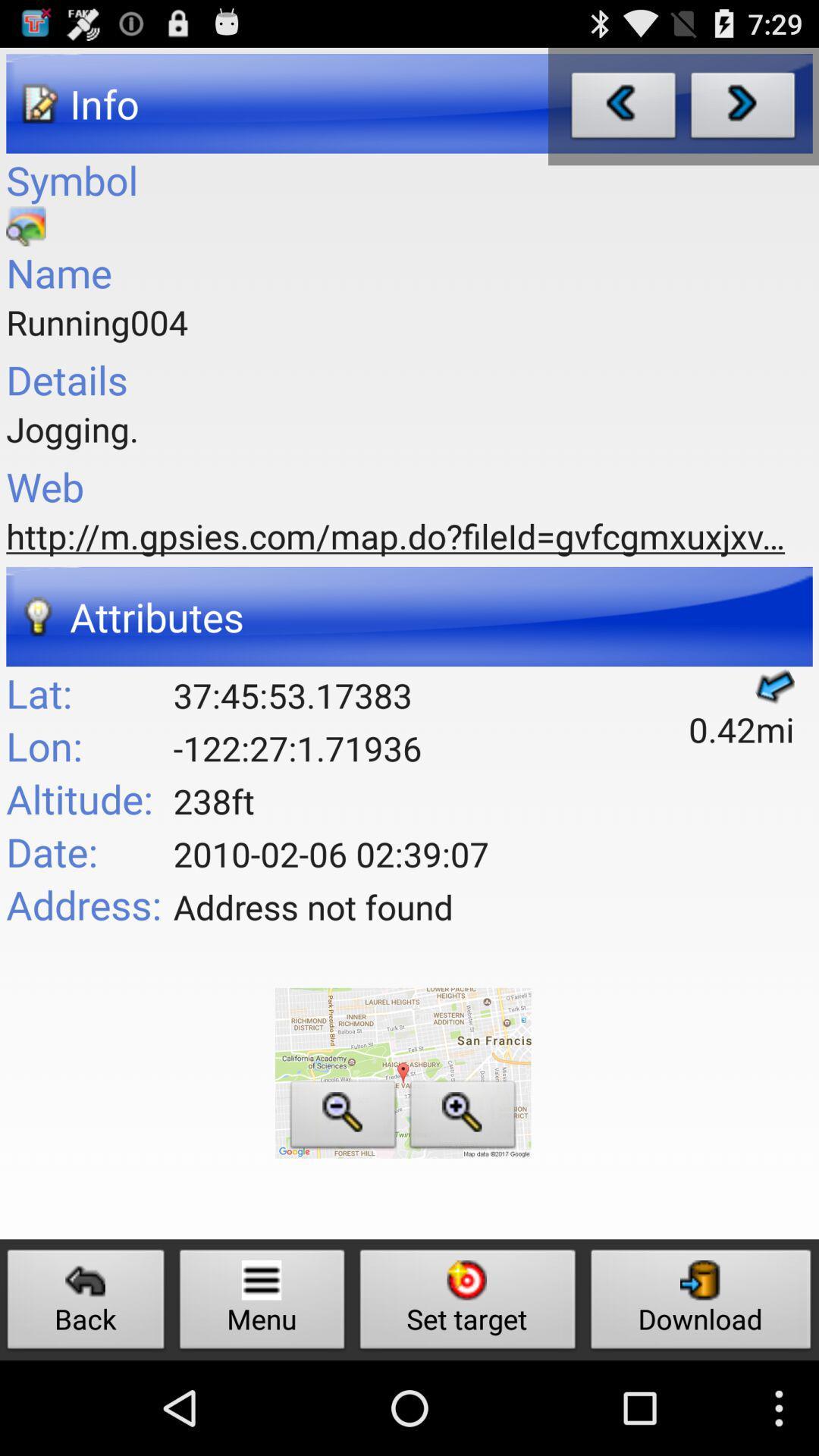 This screenshot has height=1456, width=819. Describe the element at coordinates (86, 1303) in the screenshot. I see `the icon next to the menu button` at that location.